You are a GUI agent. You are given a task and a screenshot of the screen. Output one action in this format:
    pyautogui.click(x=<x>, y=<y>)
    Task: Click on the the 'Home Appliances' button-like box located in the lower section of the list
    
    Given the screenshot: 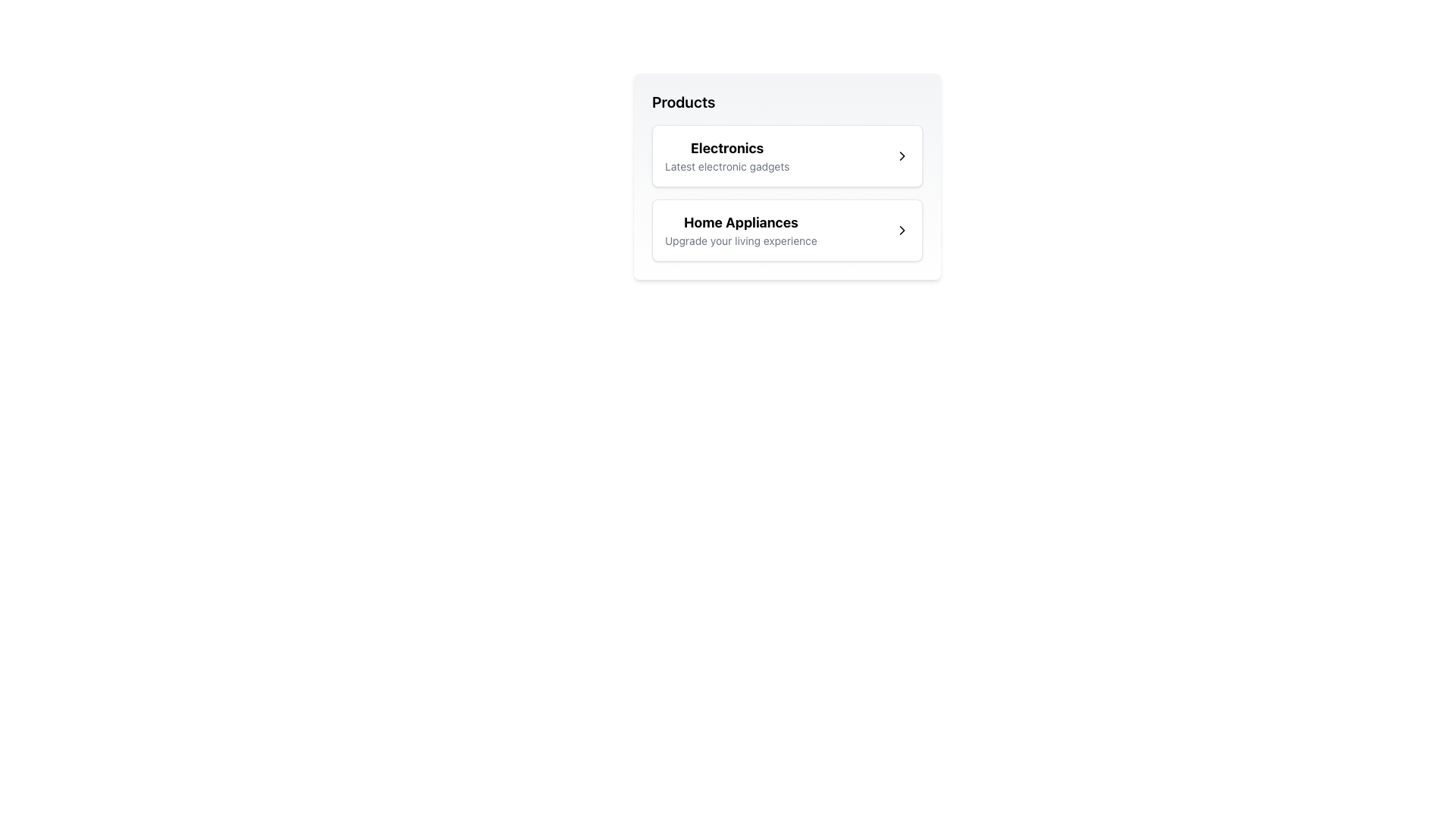 What is the action you would take?
    pyautogui.click(x=787, y=231)
    